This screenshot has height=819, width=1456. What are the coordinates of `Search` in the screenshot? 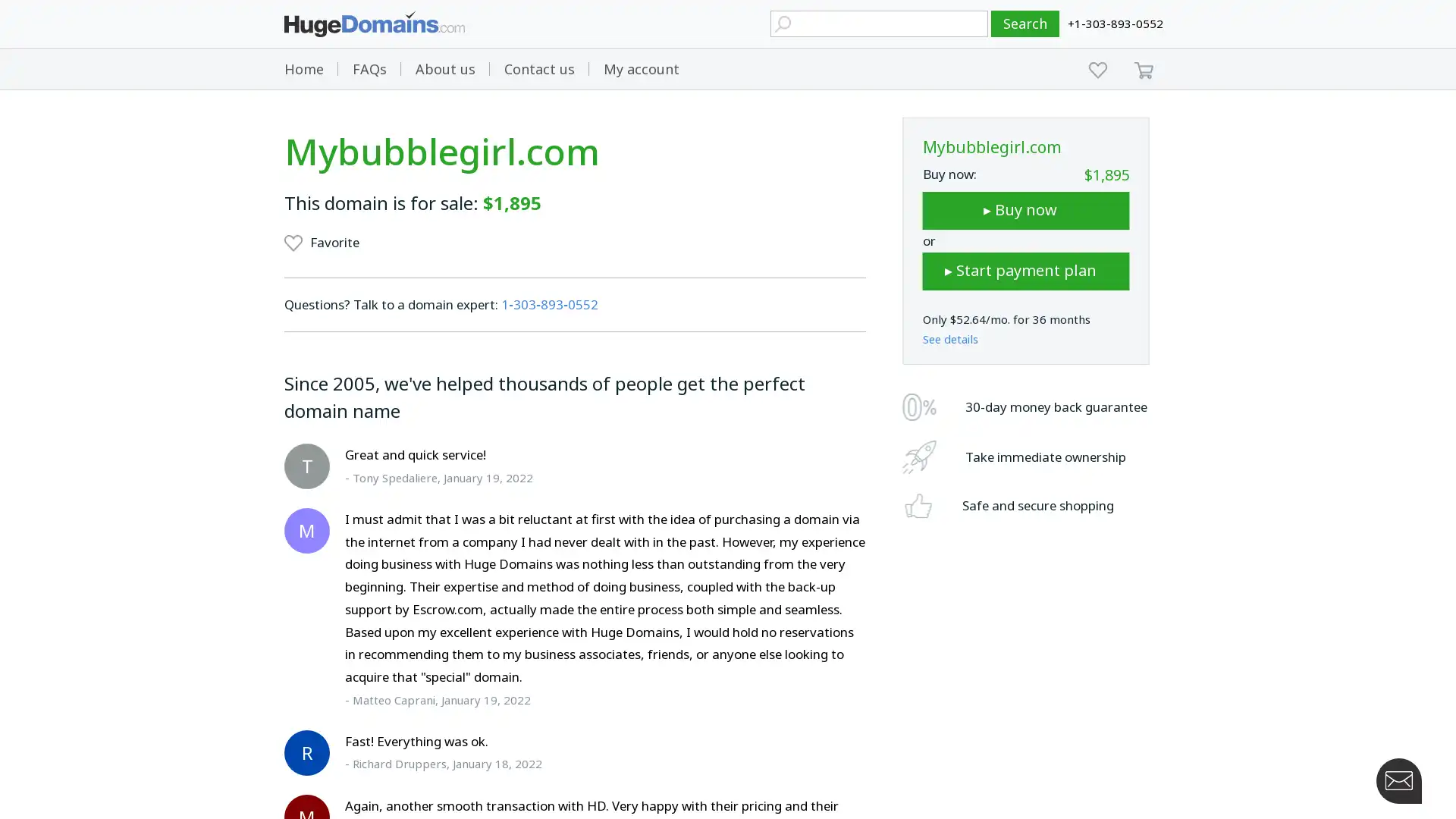 It's located at (1025, 24).